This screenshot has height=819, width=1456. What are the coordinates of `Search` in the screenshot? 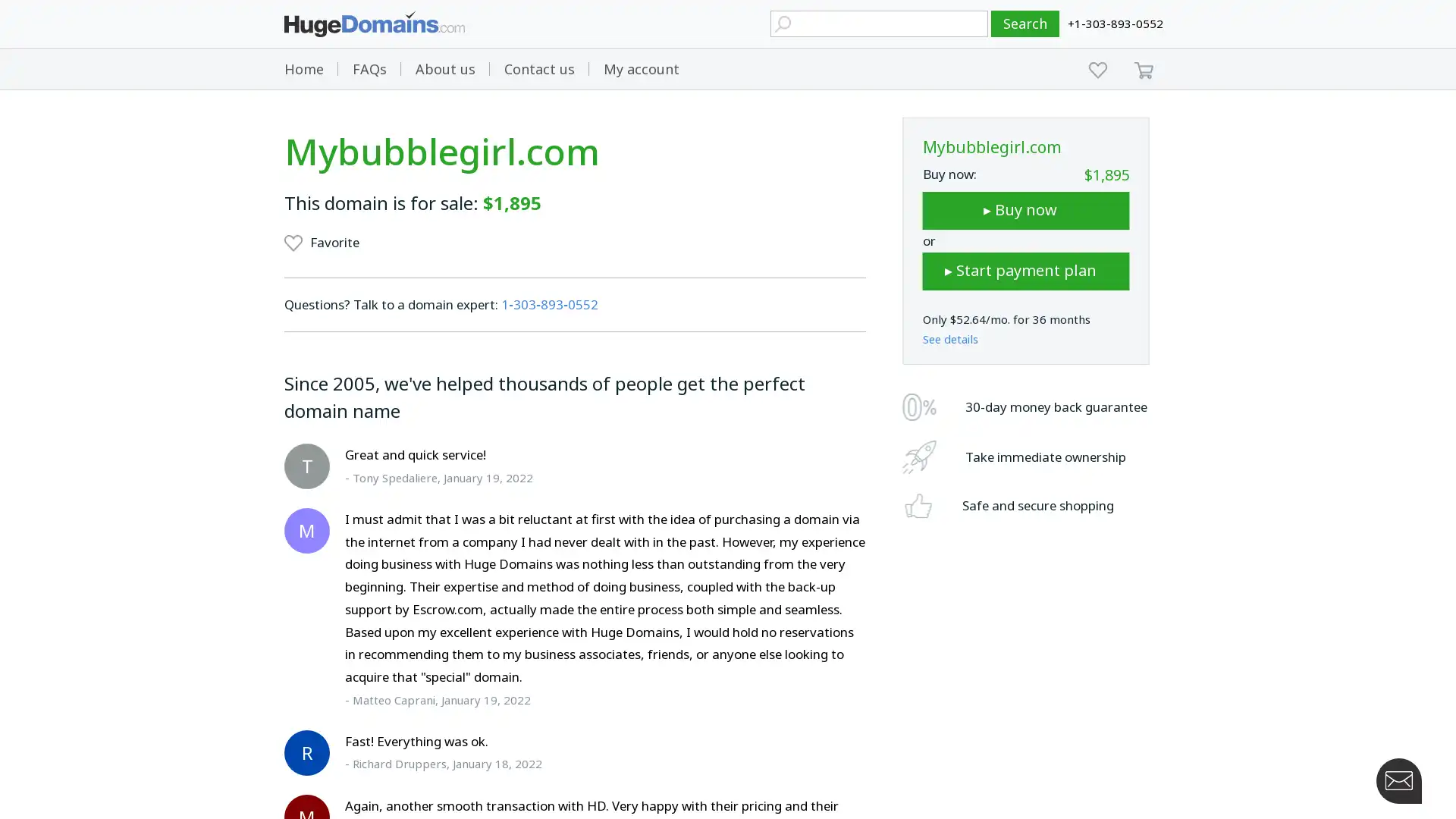 It's located at (1025, 24).